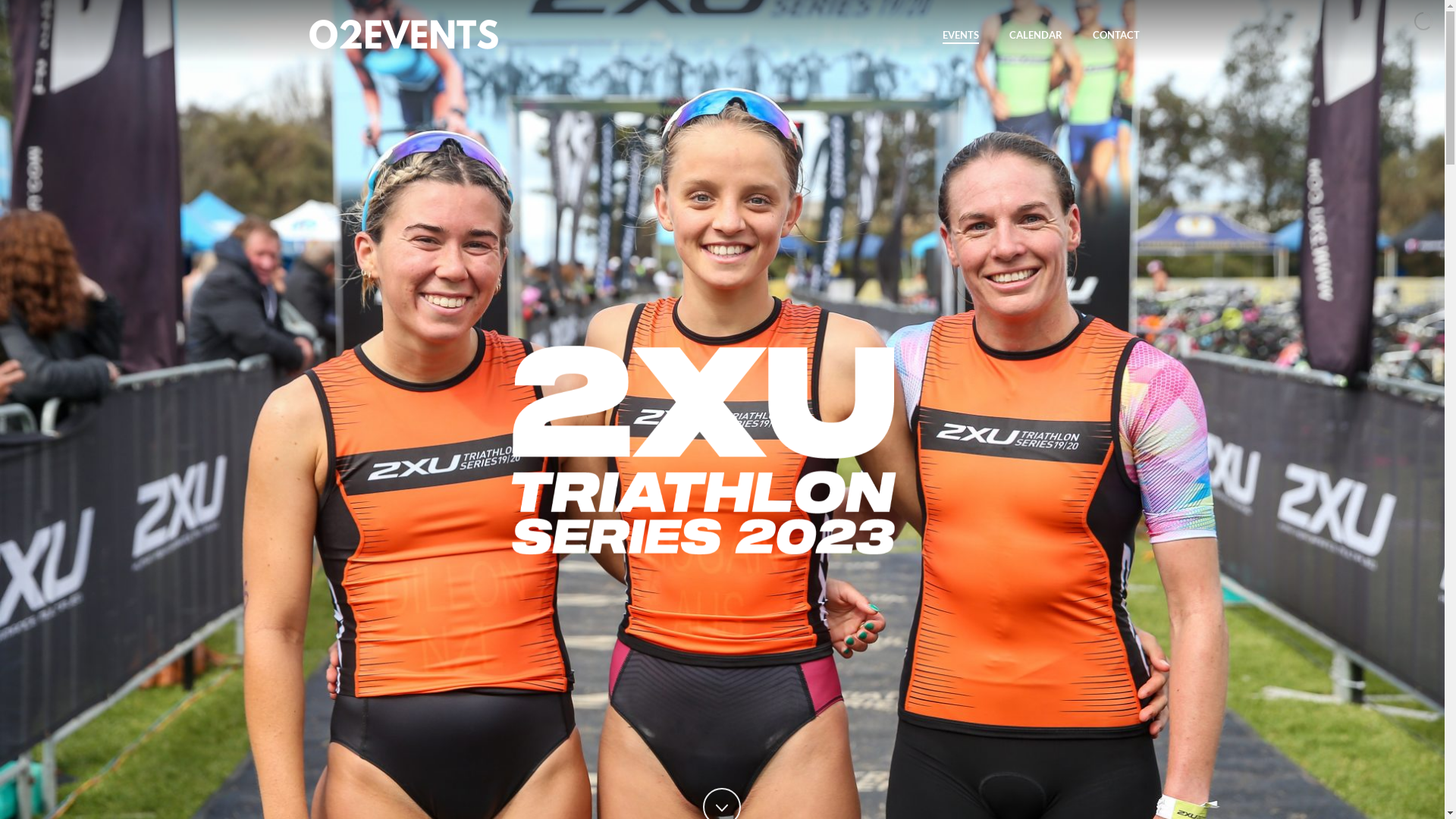 This screenshot has height=819, width=1456. What do you see at coordinates (403, 34) in the screenshot?
I see `'O2 Events'` at bounding box center [403, 34].